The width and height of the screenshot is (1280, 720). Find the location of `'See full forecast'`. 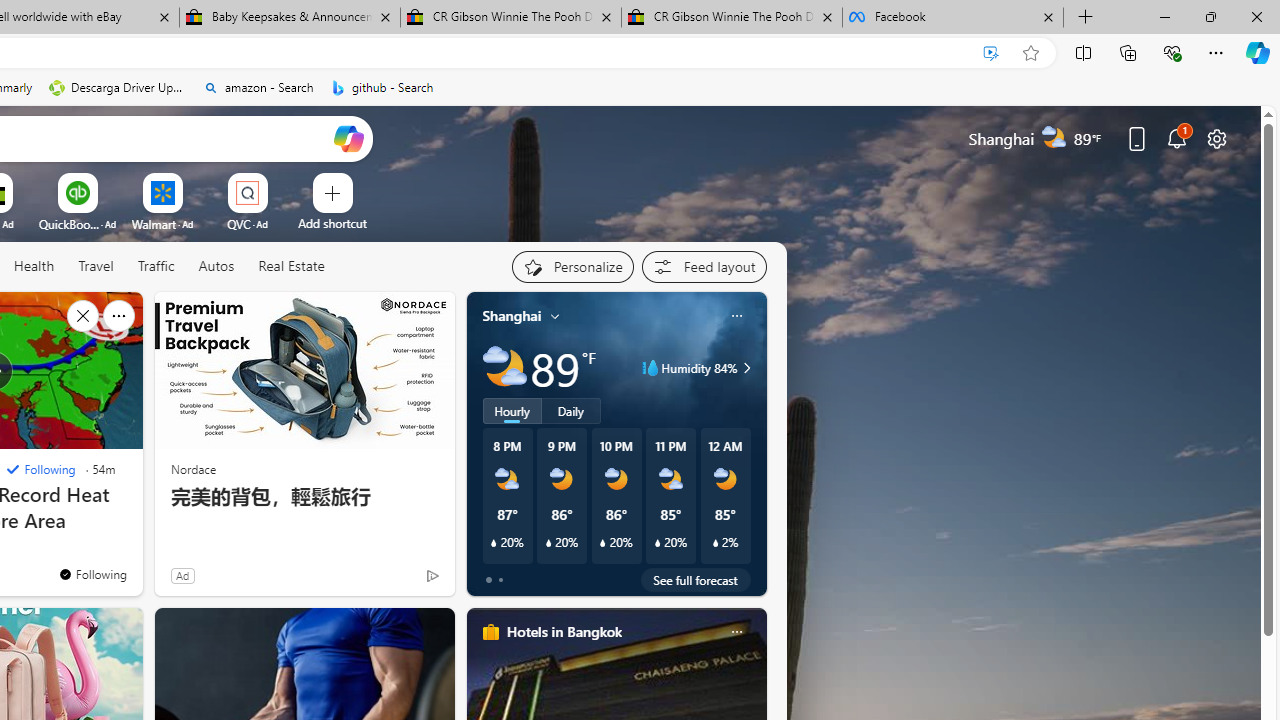

'See full forecast' is located at coordinates (695, 579).